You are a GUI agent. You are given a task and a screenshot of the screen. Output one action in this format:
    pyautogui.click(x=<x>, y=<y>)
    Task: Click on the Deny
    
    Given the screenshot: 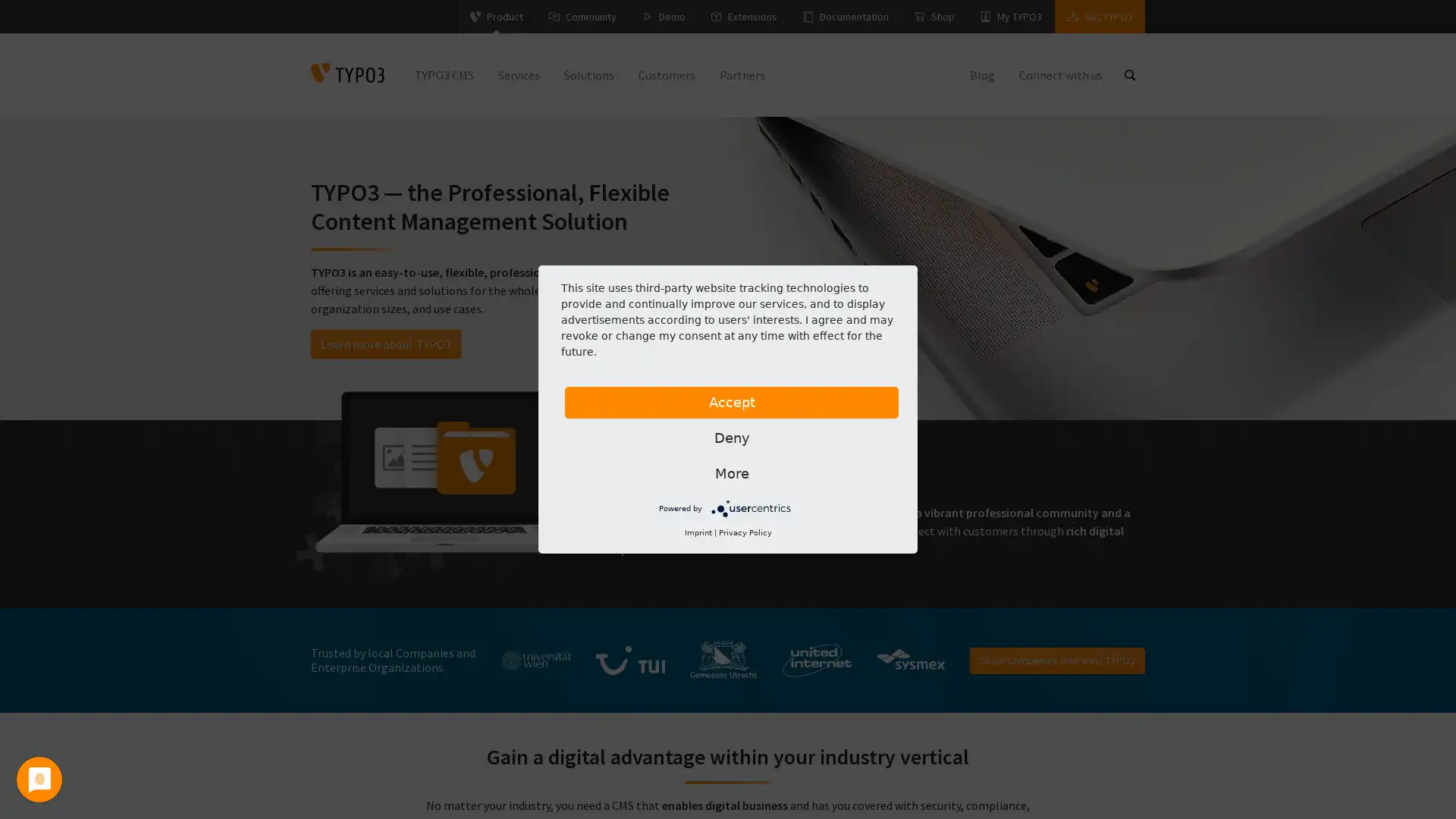 What is the action you would take?
    pyautogui.click(x=731, y=438)
    